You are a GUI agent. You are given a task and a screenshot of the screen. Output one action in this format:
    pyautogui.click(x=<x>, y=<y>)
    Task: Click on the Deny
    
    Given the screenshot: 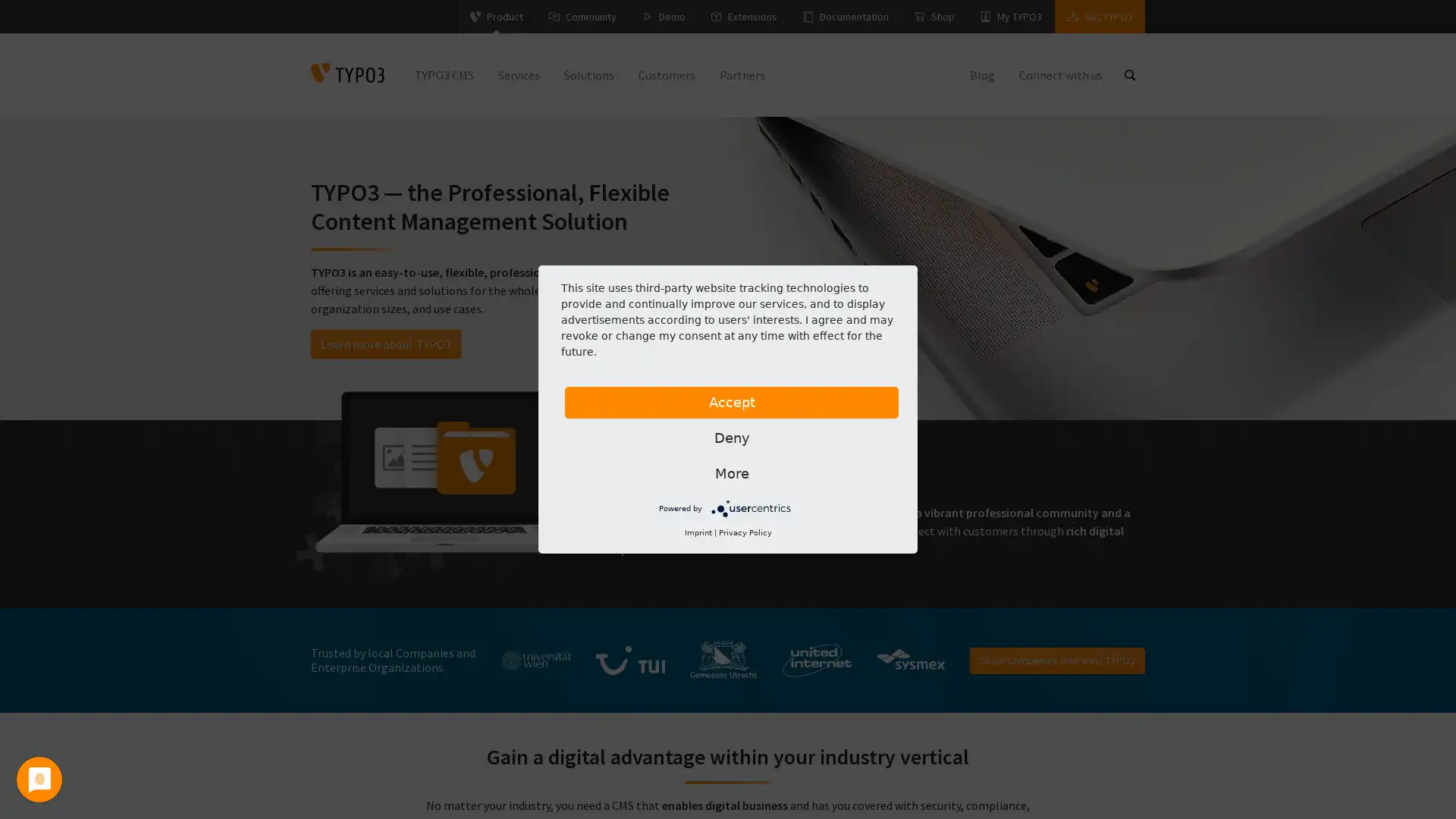 What is the action you would take?
    pyautogui.click(x=731, y=438)
    